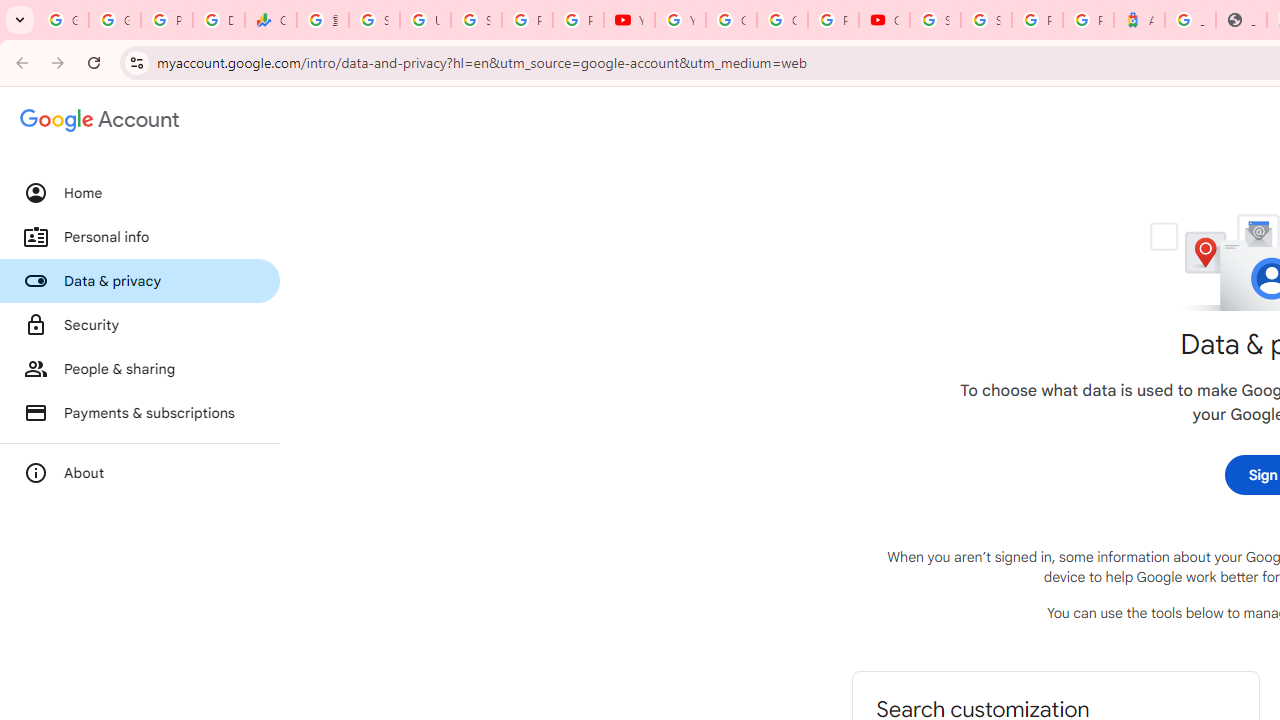 Image resolution: width=1280 pixels, height=720 pixels. I want to click on 'Personal info', so click(139, 236).